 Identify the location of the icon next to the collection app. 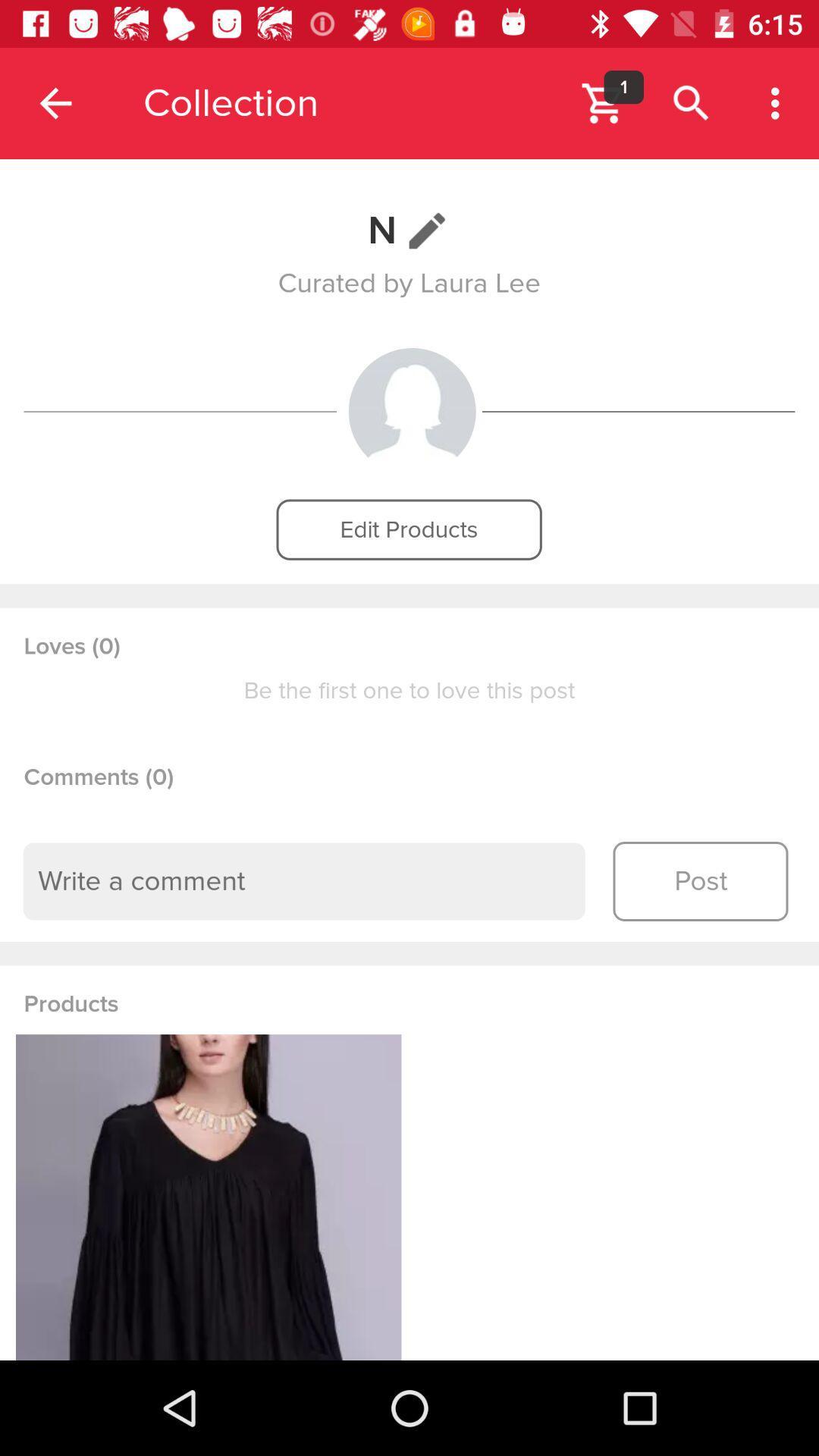
(623, 86).